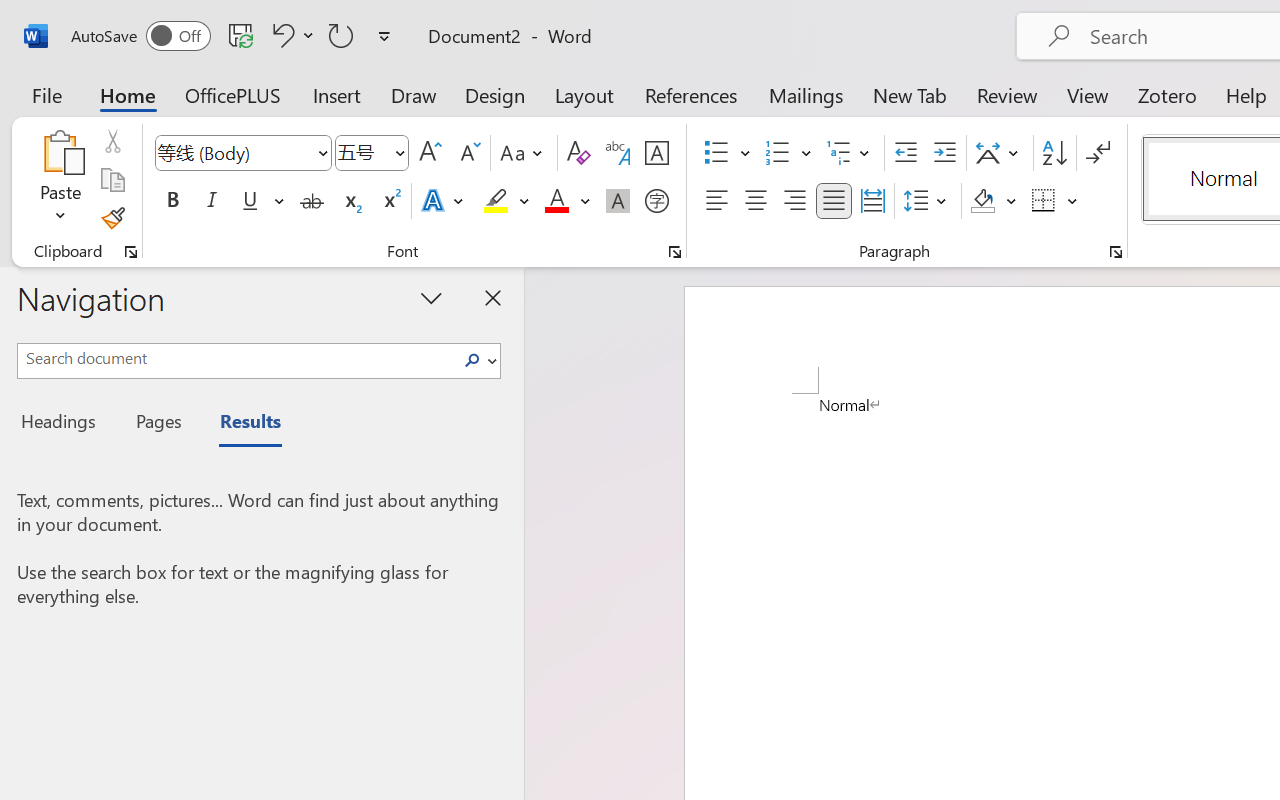 The height and width of the screenshot is (800, 1280). Describe the element at coordinates (1167, 94) in the screenshot. I see `'Zotero'` at that location.